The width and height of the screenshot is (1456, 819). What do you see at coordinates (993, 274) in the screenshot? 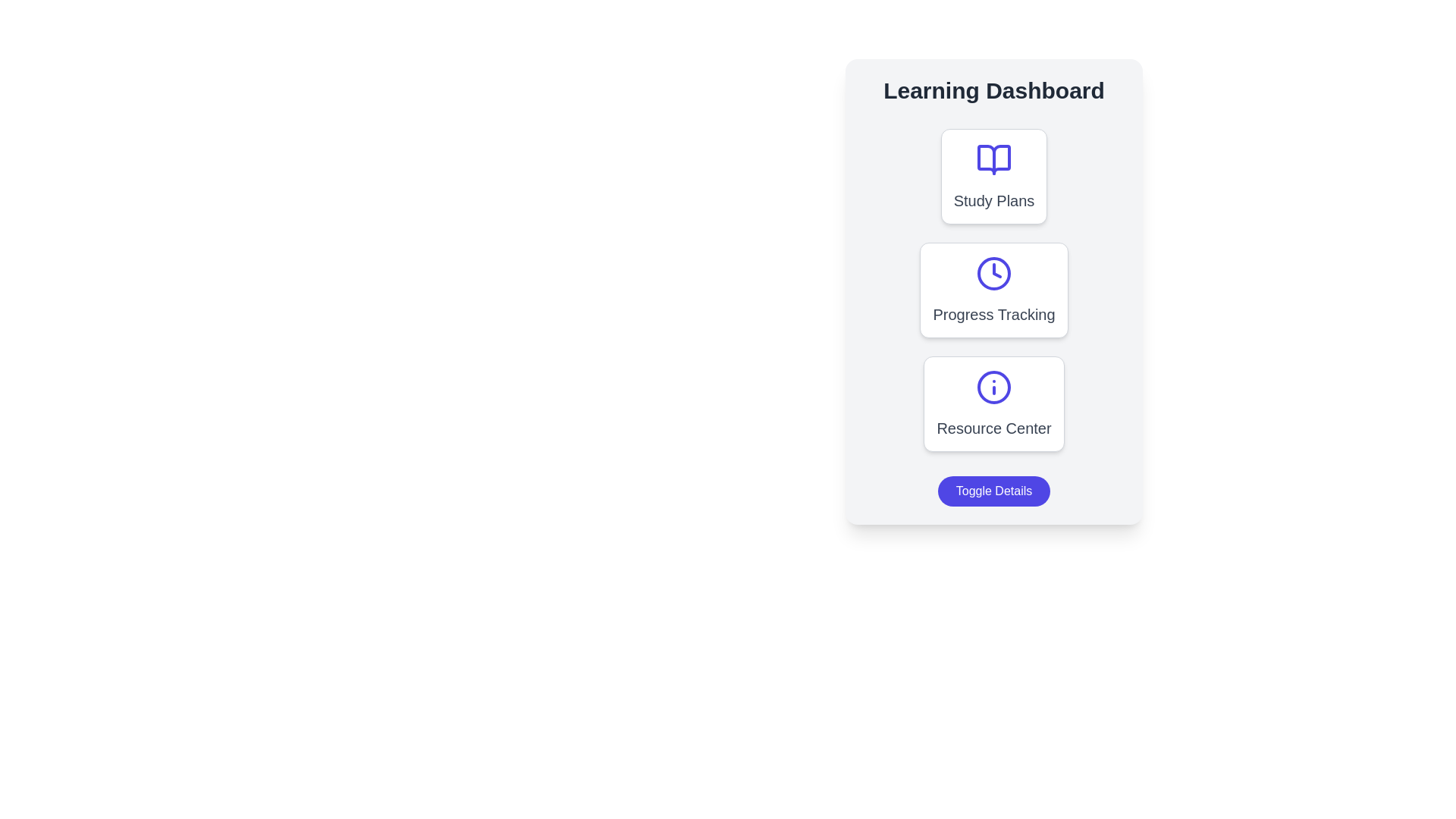
I see `the SVG Circle that serves as the clock boundary in the 'Progress Tracking' icon located in the middle card under the 'Learning Dashboard' heading` at bounding box center [993, 274].